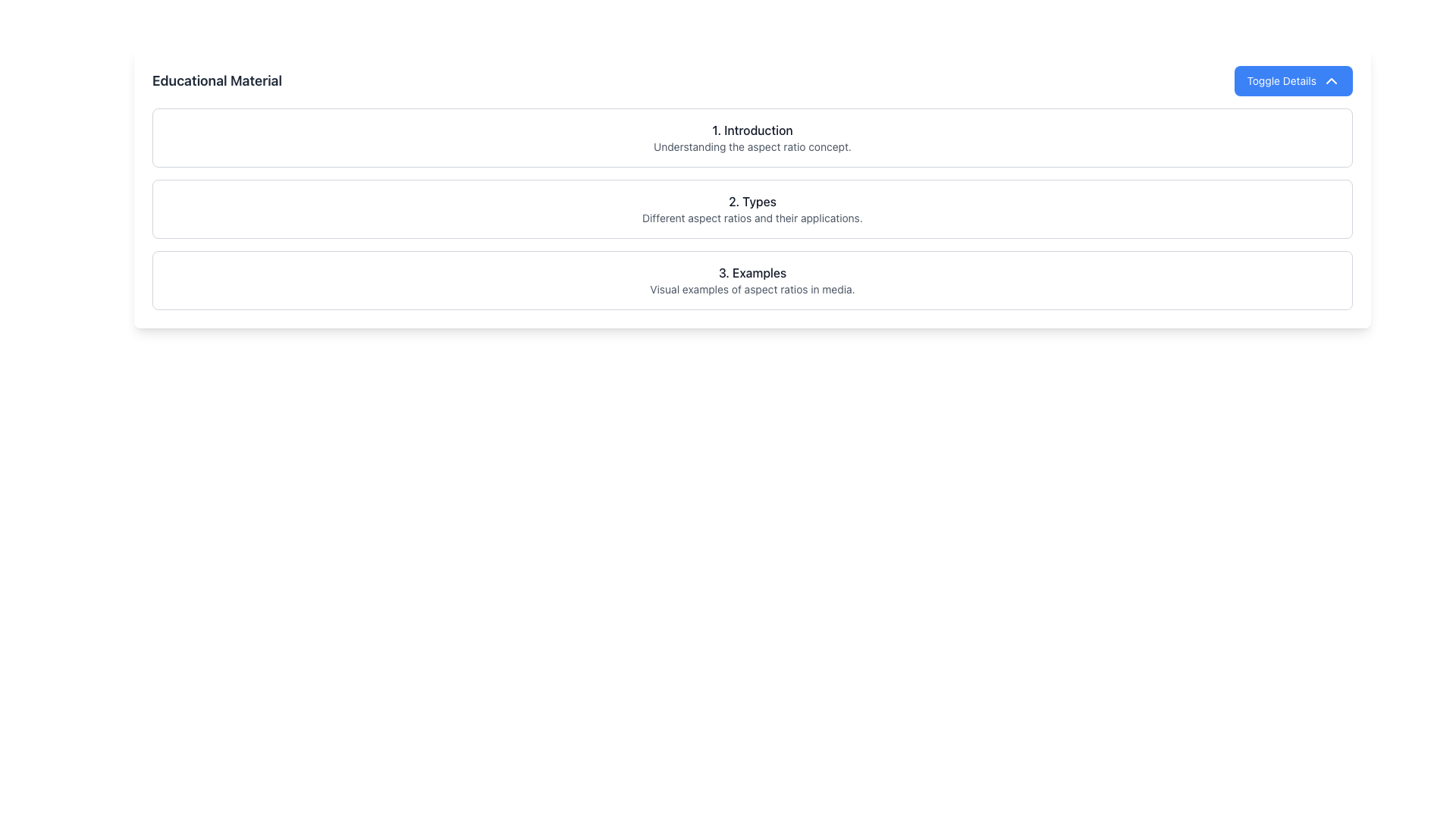 The width and height of the screenshot is (1456, 819). I want to click on text element that contains the paragraph 'Understanding the aspect ratio concept.', which is styled in light gray and located beneath the section title '1. Introduction', so click(752, 146).